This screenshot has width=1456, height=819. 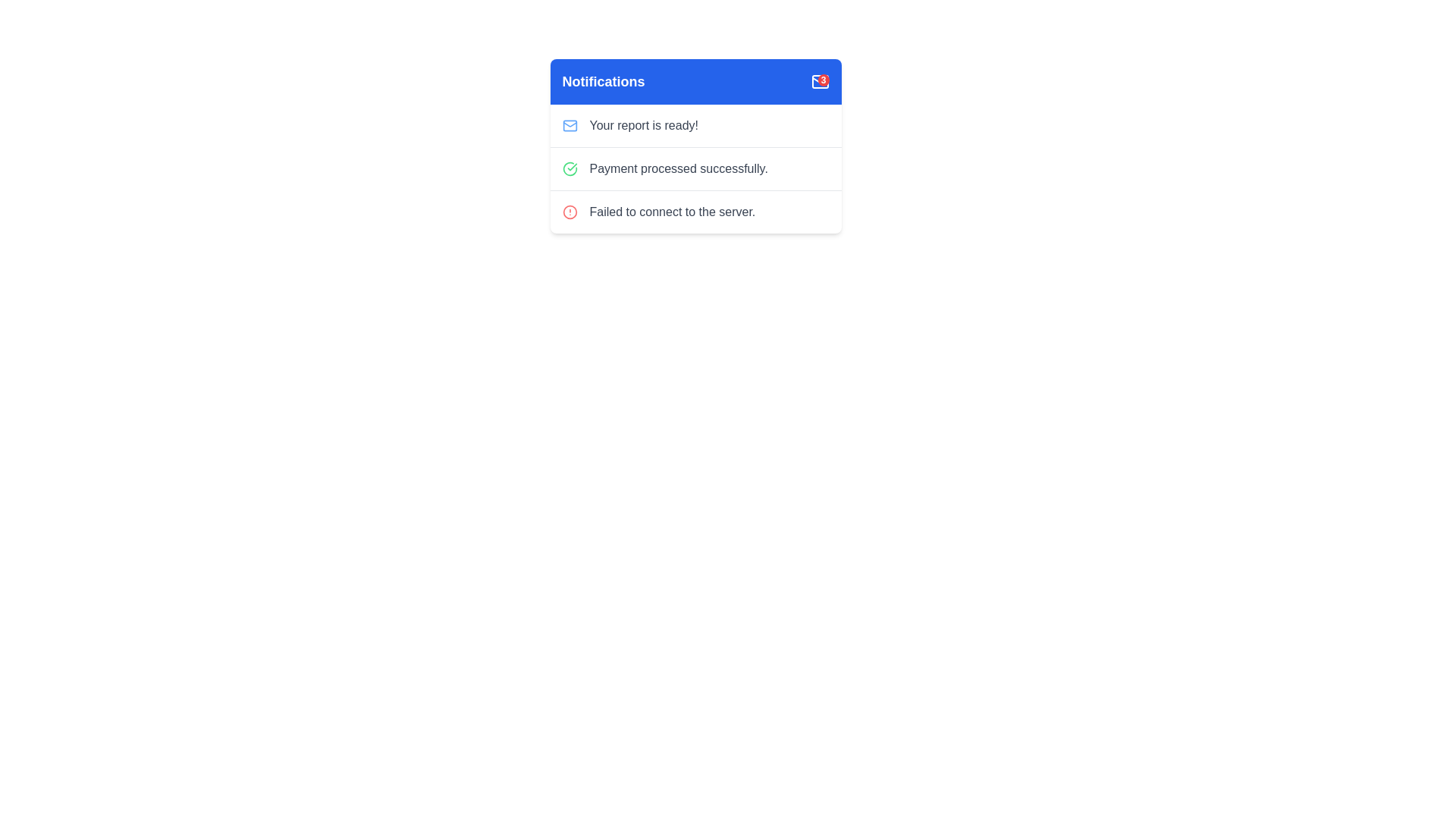 What do you see at coordinates (569, 169) in the screenshot?
I see `the payment success icon located to the left of the text 'Payment processed successfully.' in the notification panel, as it indicates the successful completion of a payment action` at bounding box center [569, 169].